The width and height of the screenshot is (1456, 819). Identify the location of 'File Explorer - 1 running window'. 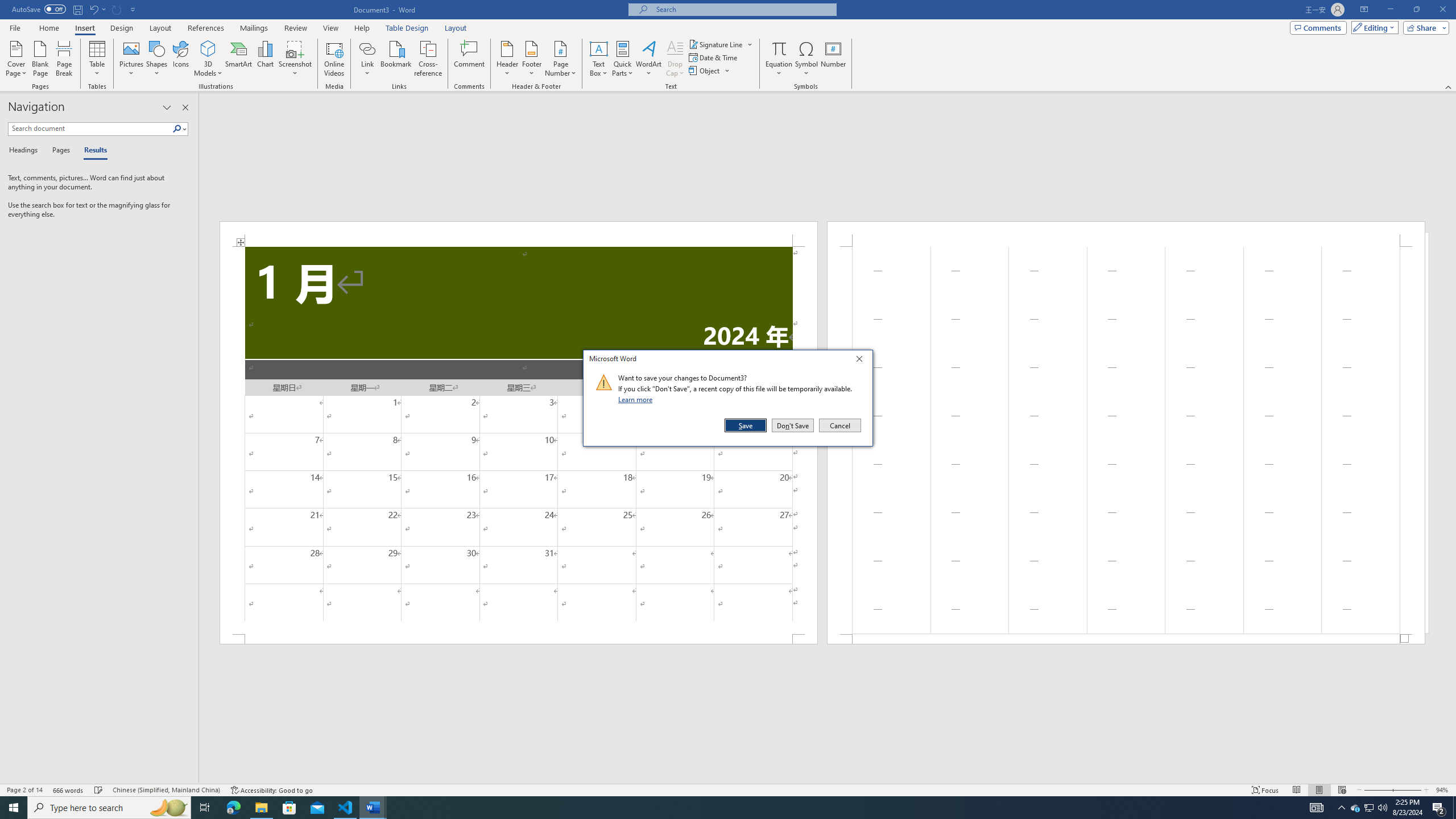
(260, 806).